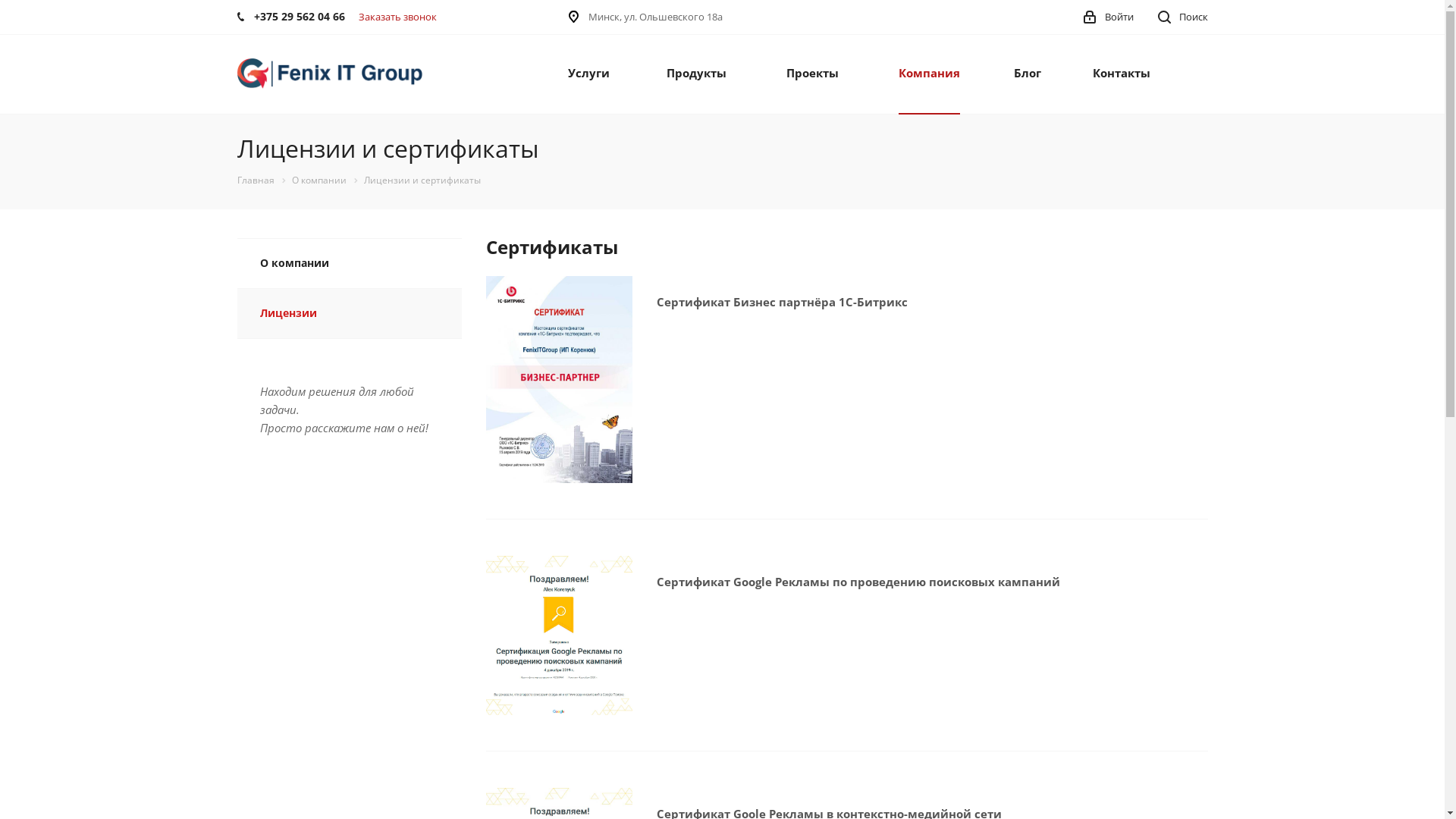 The height and width of the screenshot is (819, 1456). Describe the element at coordinates (328, 74) in the screenshot. I see `'FenixITGroup'` at that location.